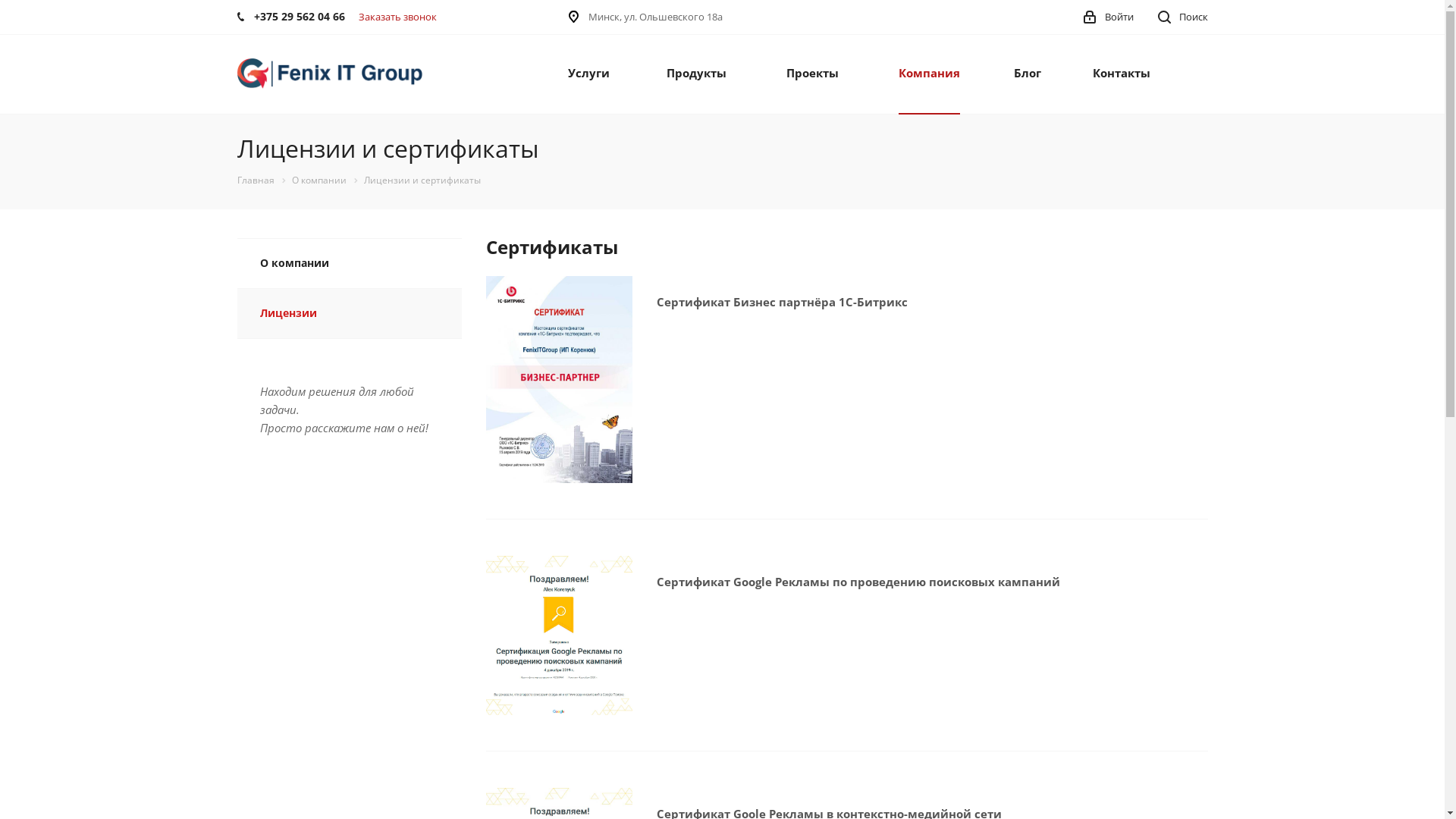 The height and width of the screenshot is (819, 1456). Describe the element at coordinates (328, 74) in the screenshot. I see `'FenixITGroup'` at that location.